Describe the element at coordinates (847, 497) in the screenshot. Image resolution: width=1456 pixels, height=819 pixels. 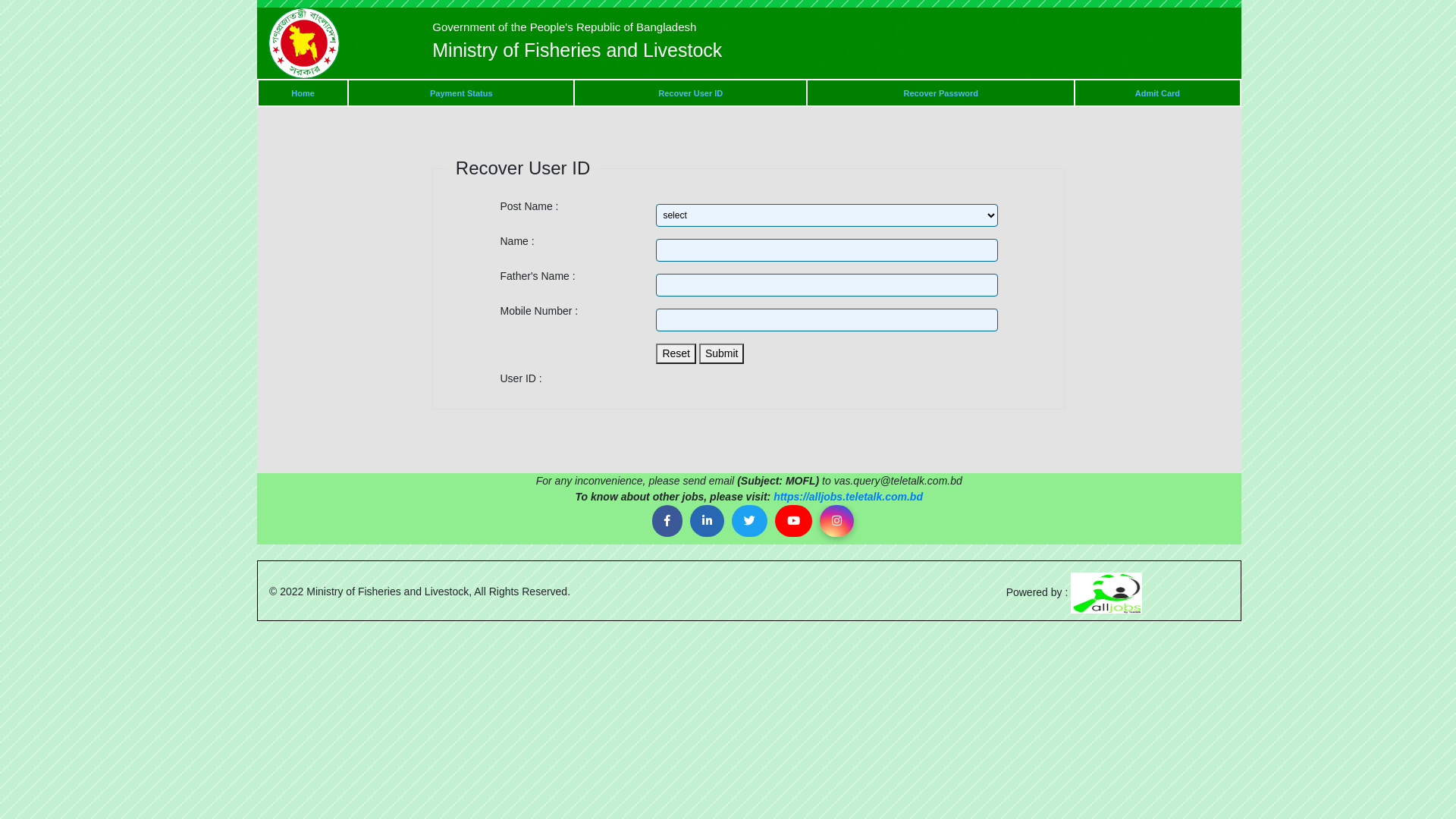
I see `'https://alljobs.teletalk.com.bd'` at that location.